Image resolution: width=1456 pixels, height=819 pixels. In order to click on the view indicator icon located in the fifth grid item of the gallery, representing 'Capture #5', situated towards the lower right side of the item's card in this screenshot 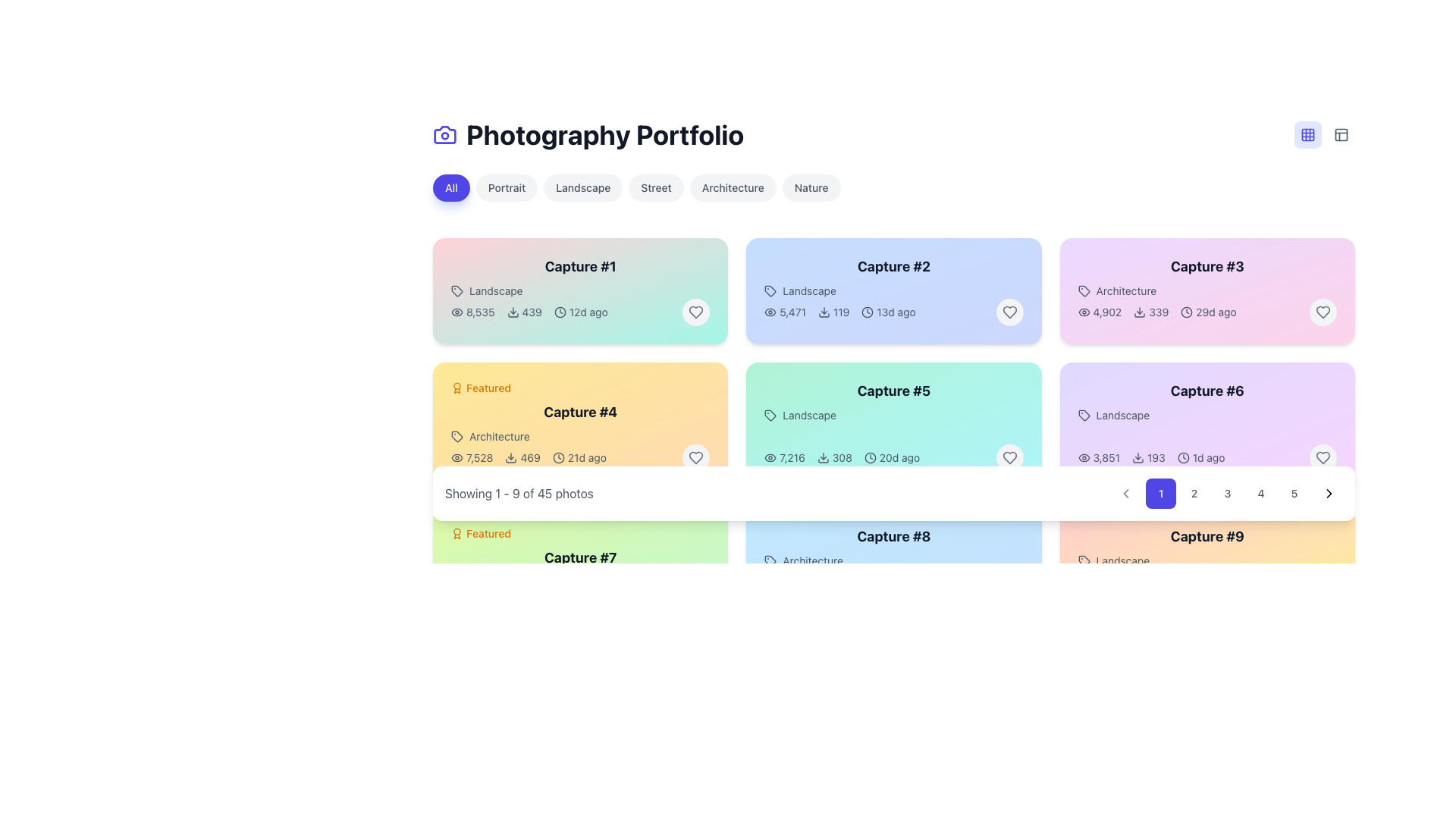, I will do `click(770, 457)`.